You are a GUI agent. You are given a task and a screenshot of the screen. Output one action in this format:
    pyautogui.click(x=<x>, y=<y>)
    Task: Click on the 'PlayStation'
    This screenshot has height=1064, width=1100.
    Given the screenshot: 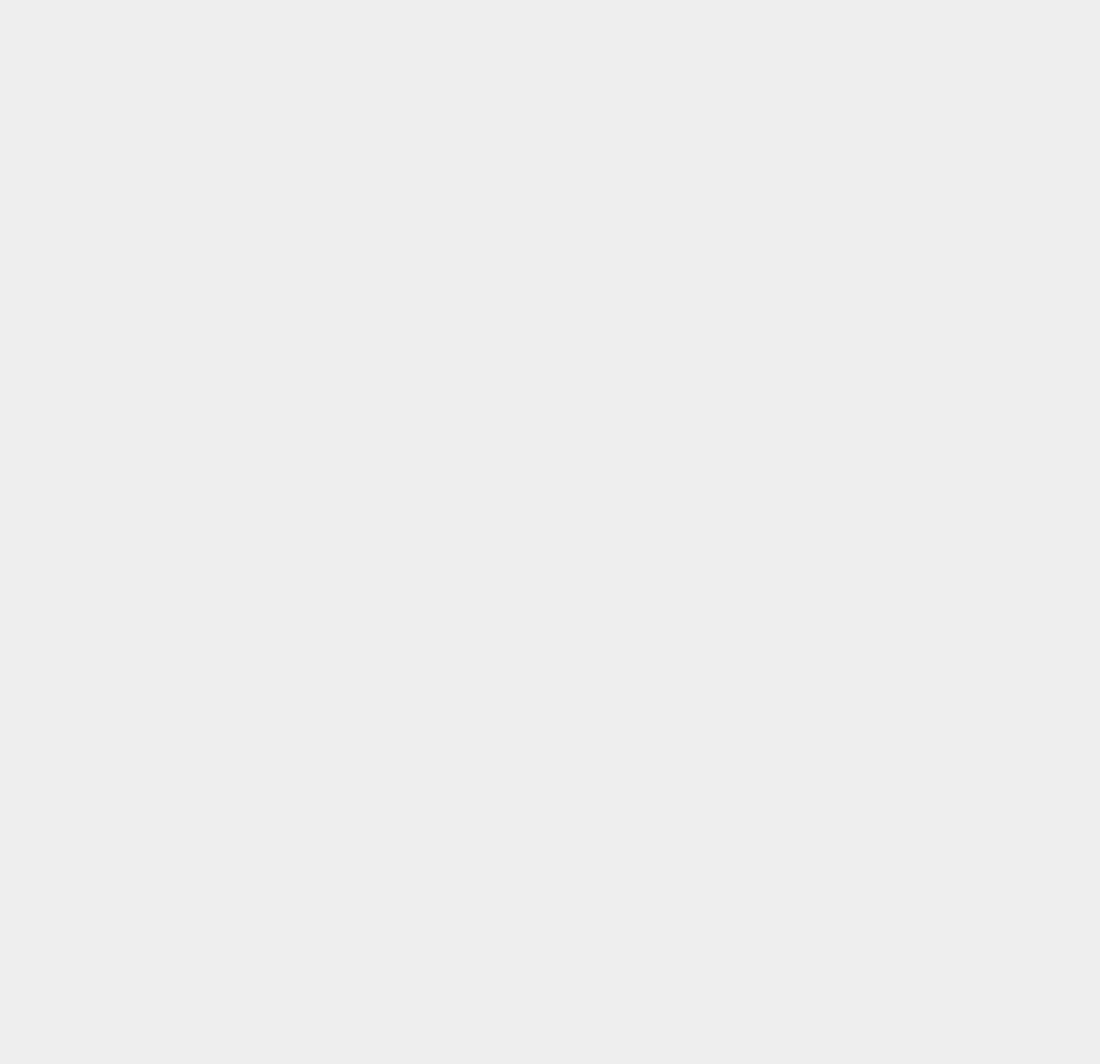 What is the action you would take?
    pyautogui.click(x=814, y=950)
    